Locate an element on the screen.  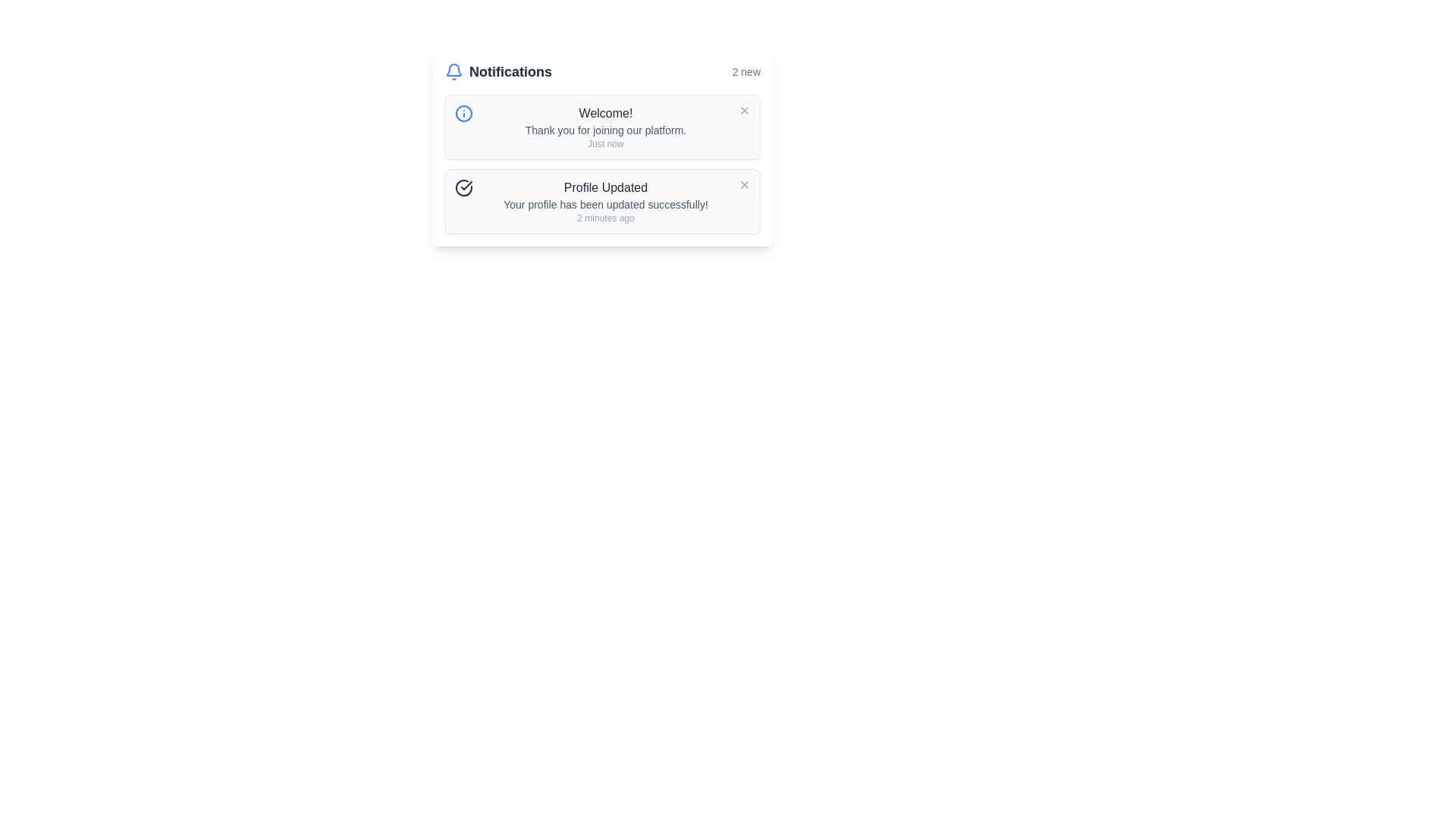
the circular notification icon located in the lower notification entry of the notifications section is located at coordinates (463, 187).